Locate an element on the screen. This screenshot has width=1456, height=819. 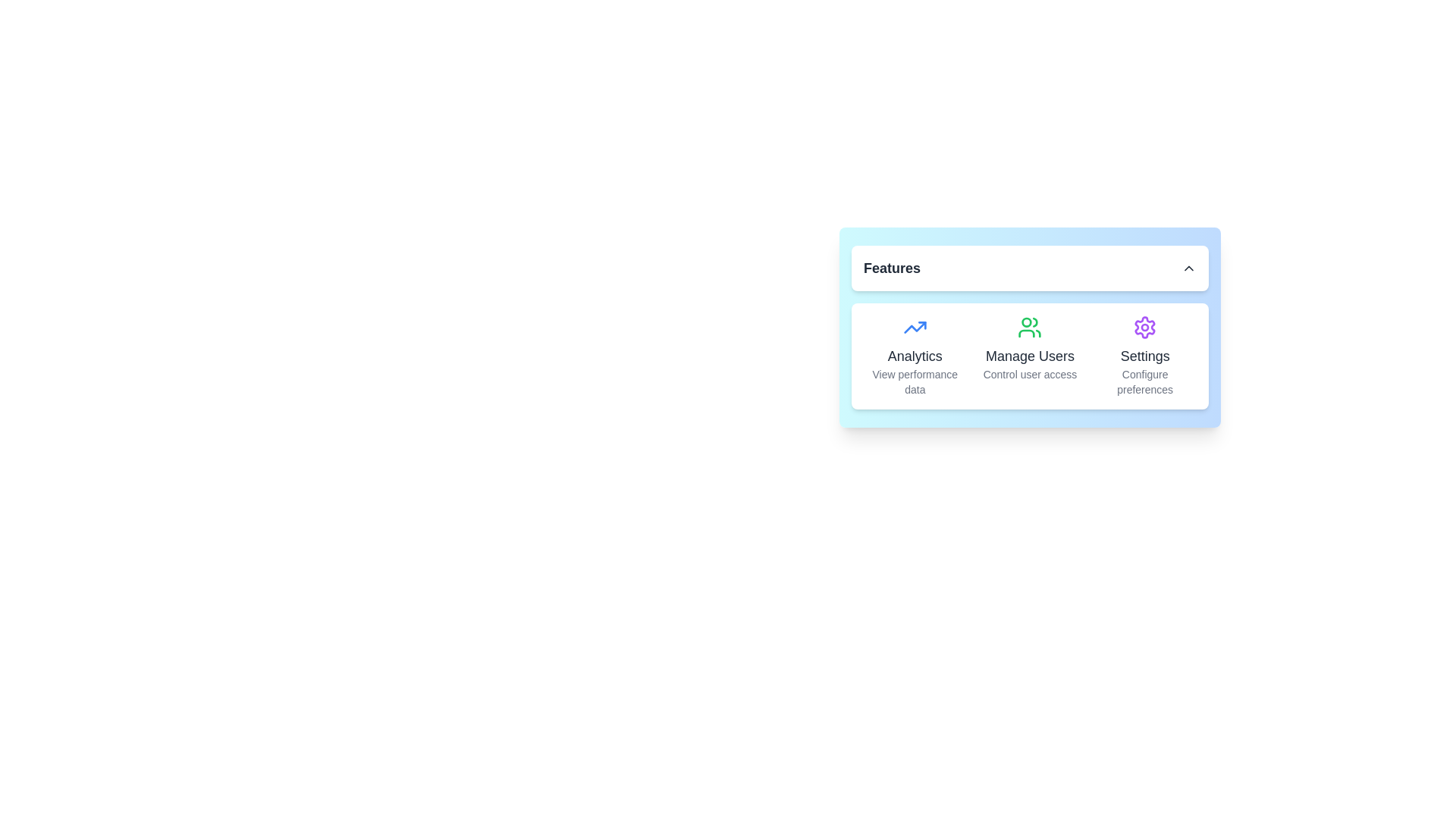
the label displaying 'Control user access' located below the 'Manage Users' heading in the Manage Users section is located at coordinates (1030, 374).